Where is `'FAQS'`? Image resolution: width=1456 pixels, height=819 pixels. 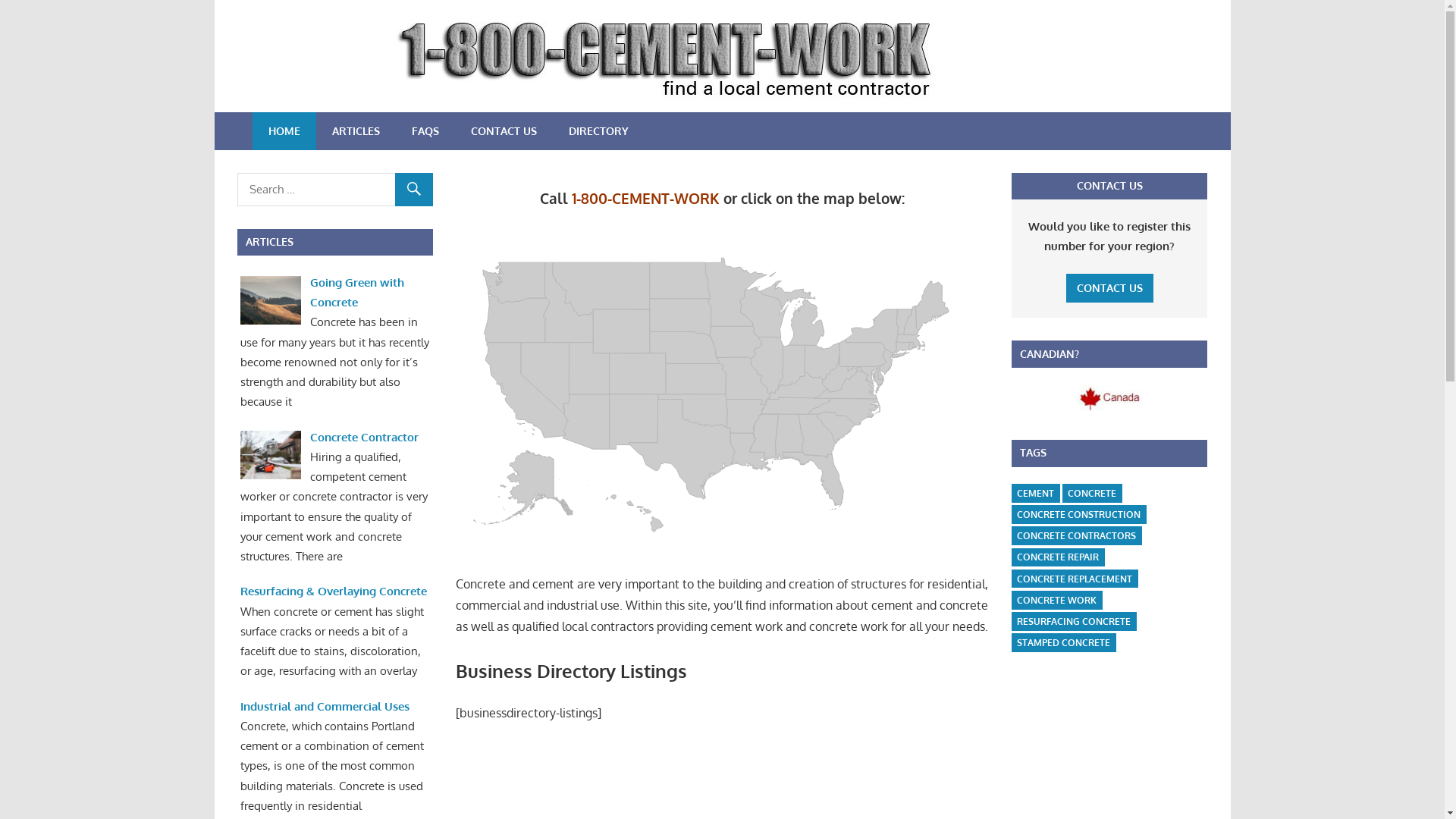 'FAQS' is located at coordinates (425, 130).